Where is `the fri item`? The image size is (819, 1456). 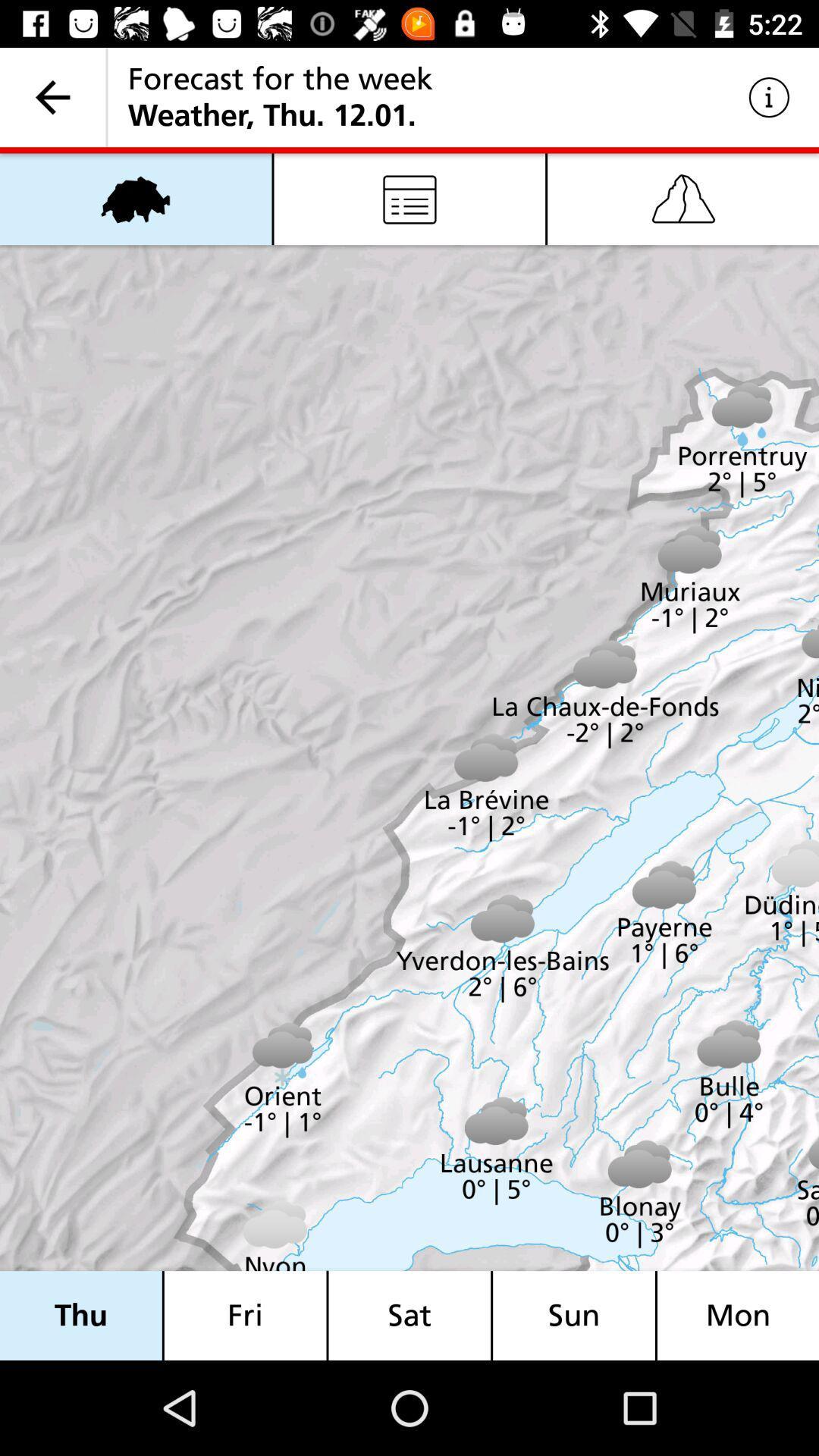 the fri item is located at coordinates (244, 1315).